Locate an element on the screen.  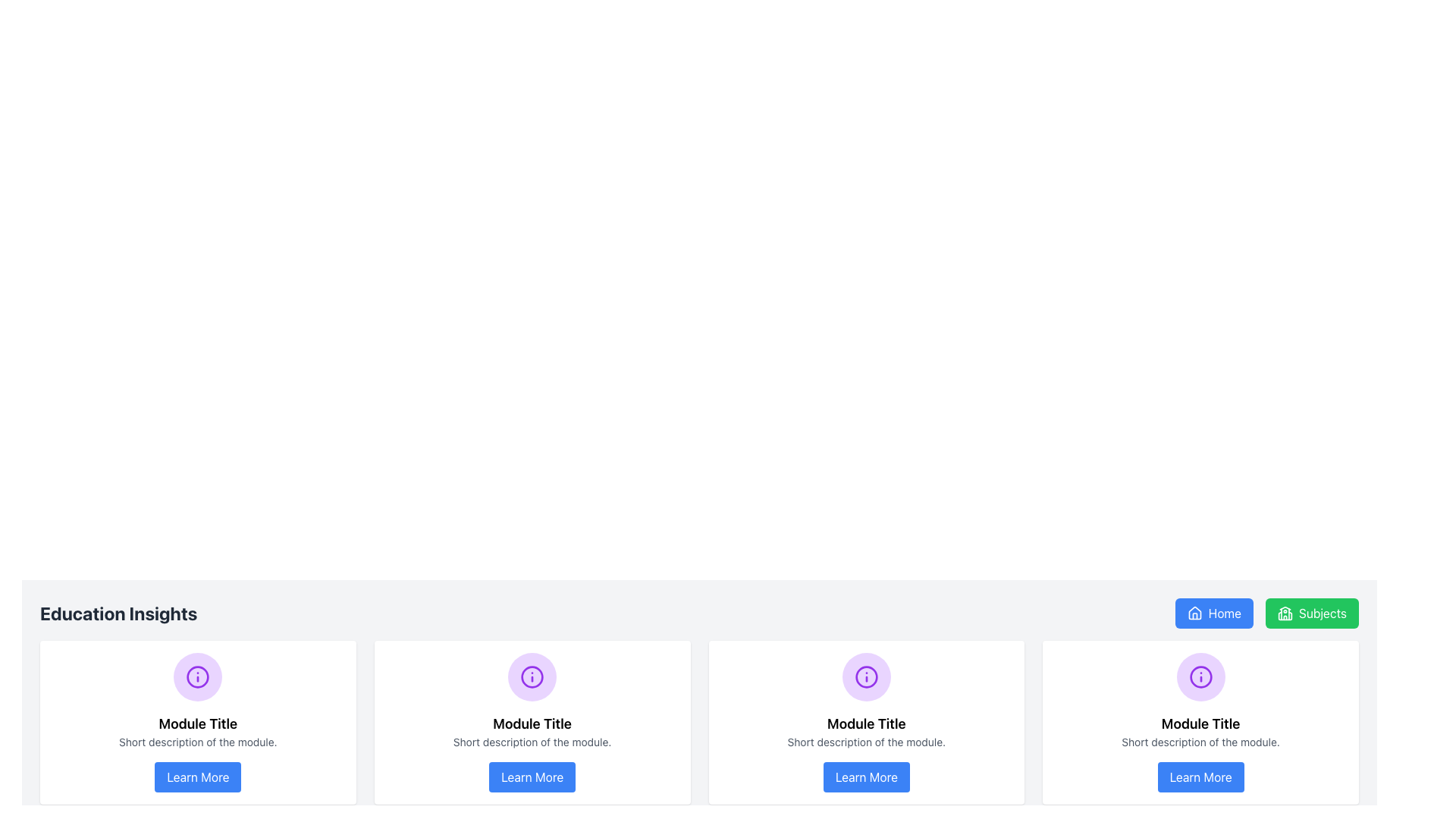
the information icon resembling an 'i' enclosed within a purple circular border, located at the center of its light purple circular background in the first card at the bottom center of the interface is located at coordinates (532, 676).